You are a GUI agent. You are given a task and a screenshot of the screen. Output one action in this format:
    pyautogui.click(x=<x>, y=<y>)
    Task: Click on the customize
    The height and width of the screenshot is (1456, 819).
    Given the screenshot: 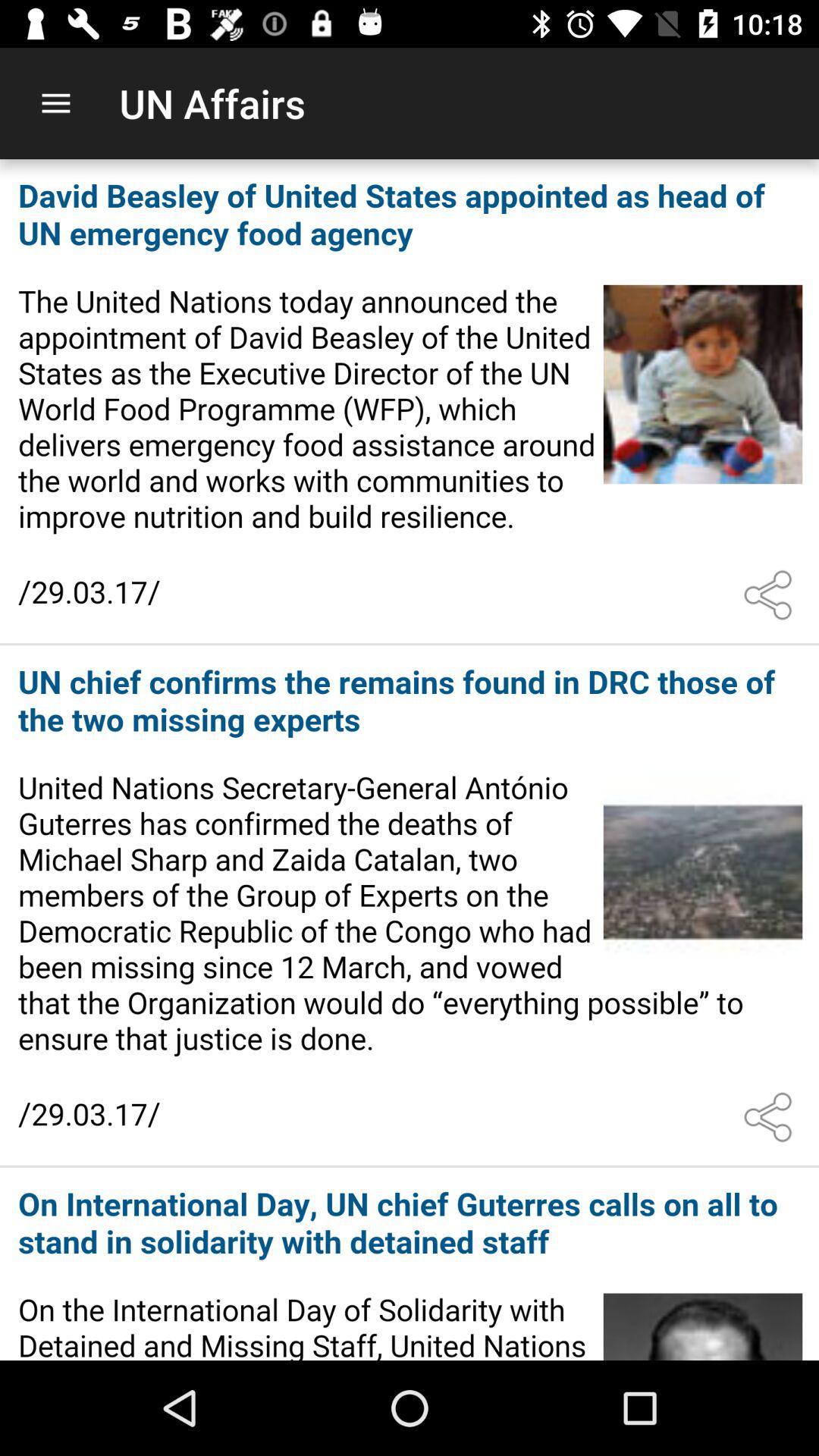 What is the action you would take?
    pyautogui.click(x=771, y=1117)
    